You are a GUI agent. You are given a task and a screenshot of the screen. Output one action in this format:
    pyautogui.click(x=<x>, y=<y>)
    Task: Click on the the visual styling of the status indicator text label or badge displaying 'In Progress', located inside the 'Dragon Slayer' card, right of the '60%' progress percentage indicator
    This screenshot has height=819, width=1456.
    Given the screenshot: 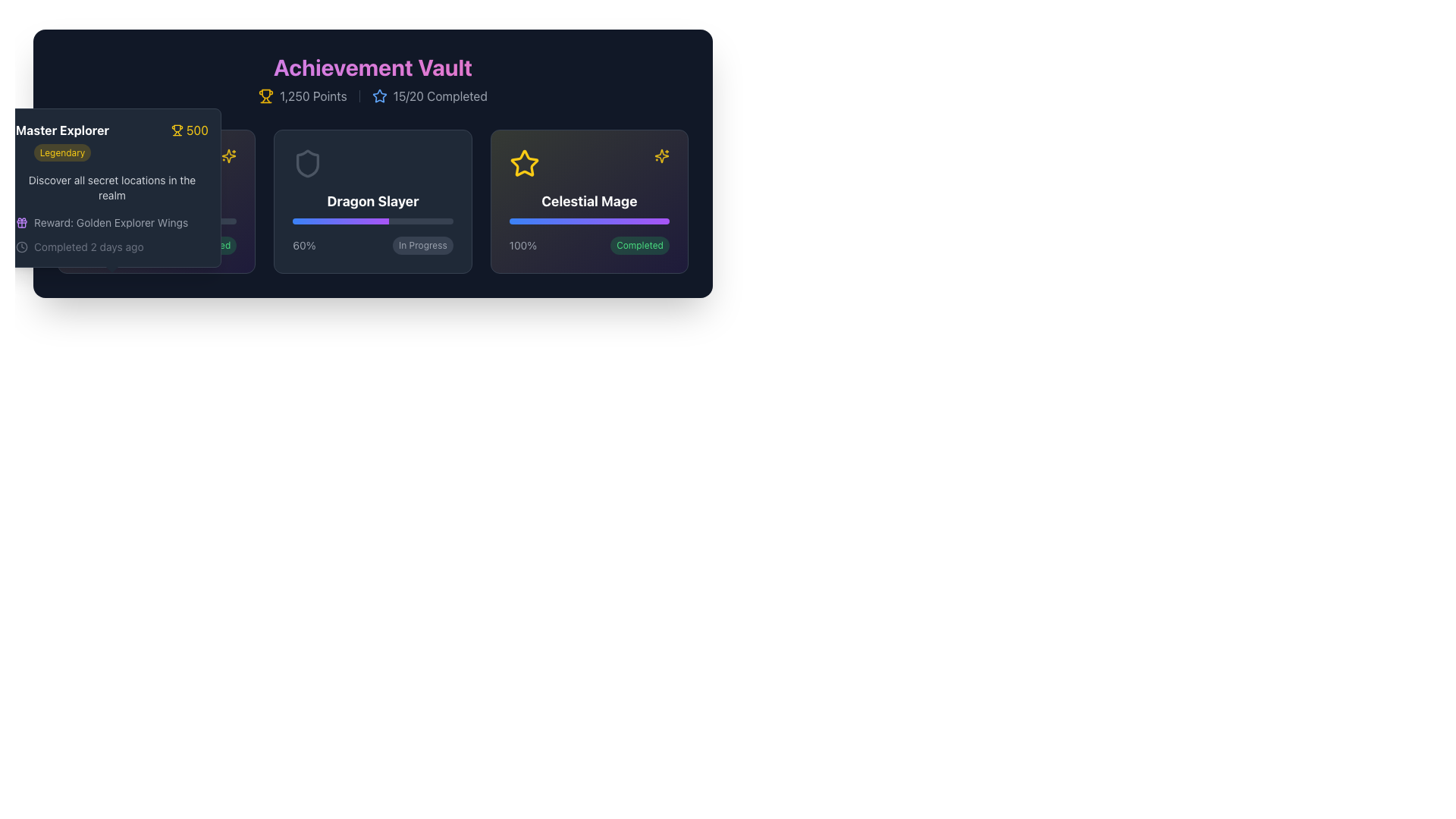 What is the action you would take?
    pyautogui.click(x=422, y=245)
    